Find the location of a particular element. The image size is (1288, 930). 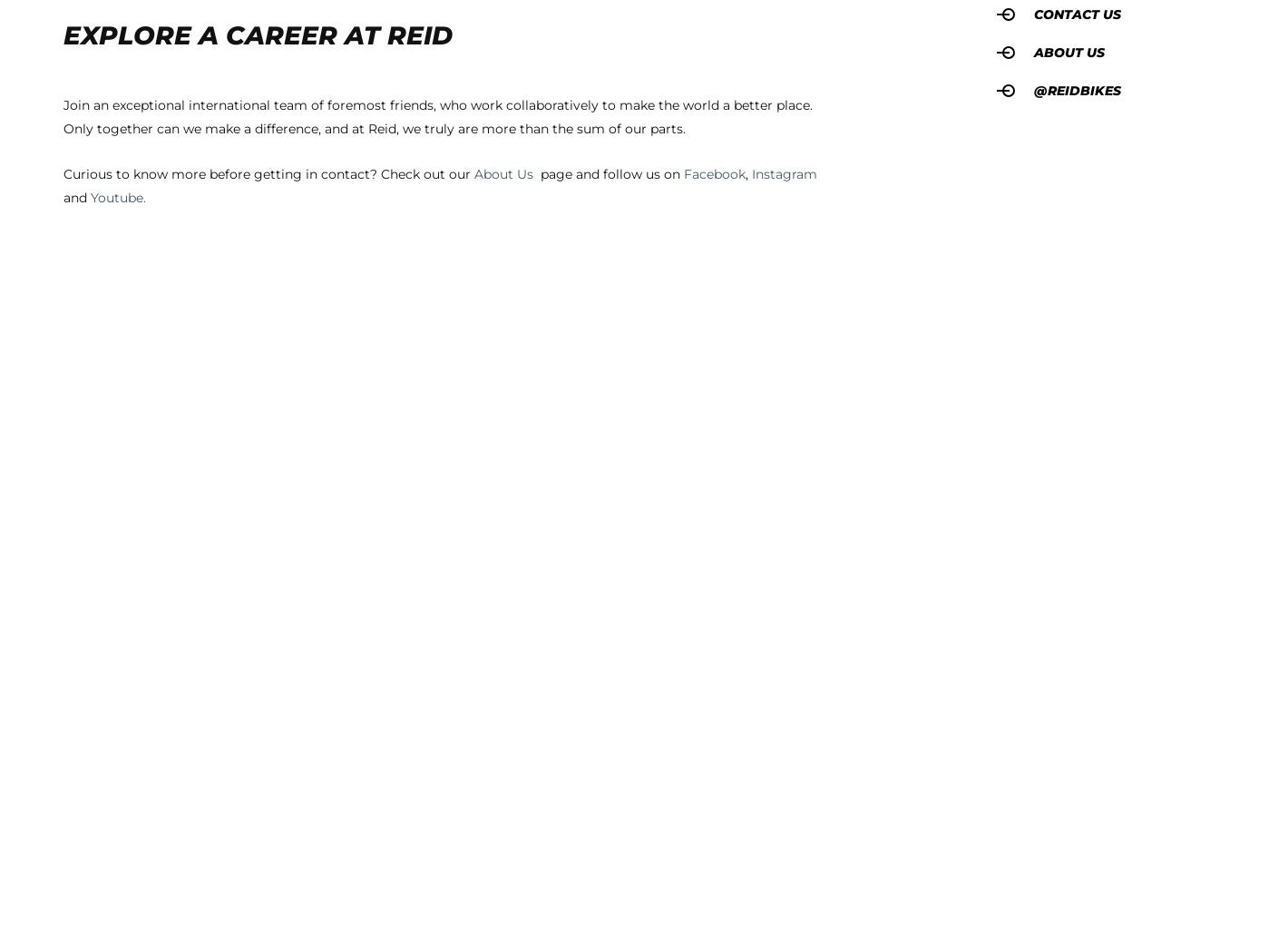

'Scooters' is located at coordinates (294, 465).